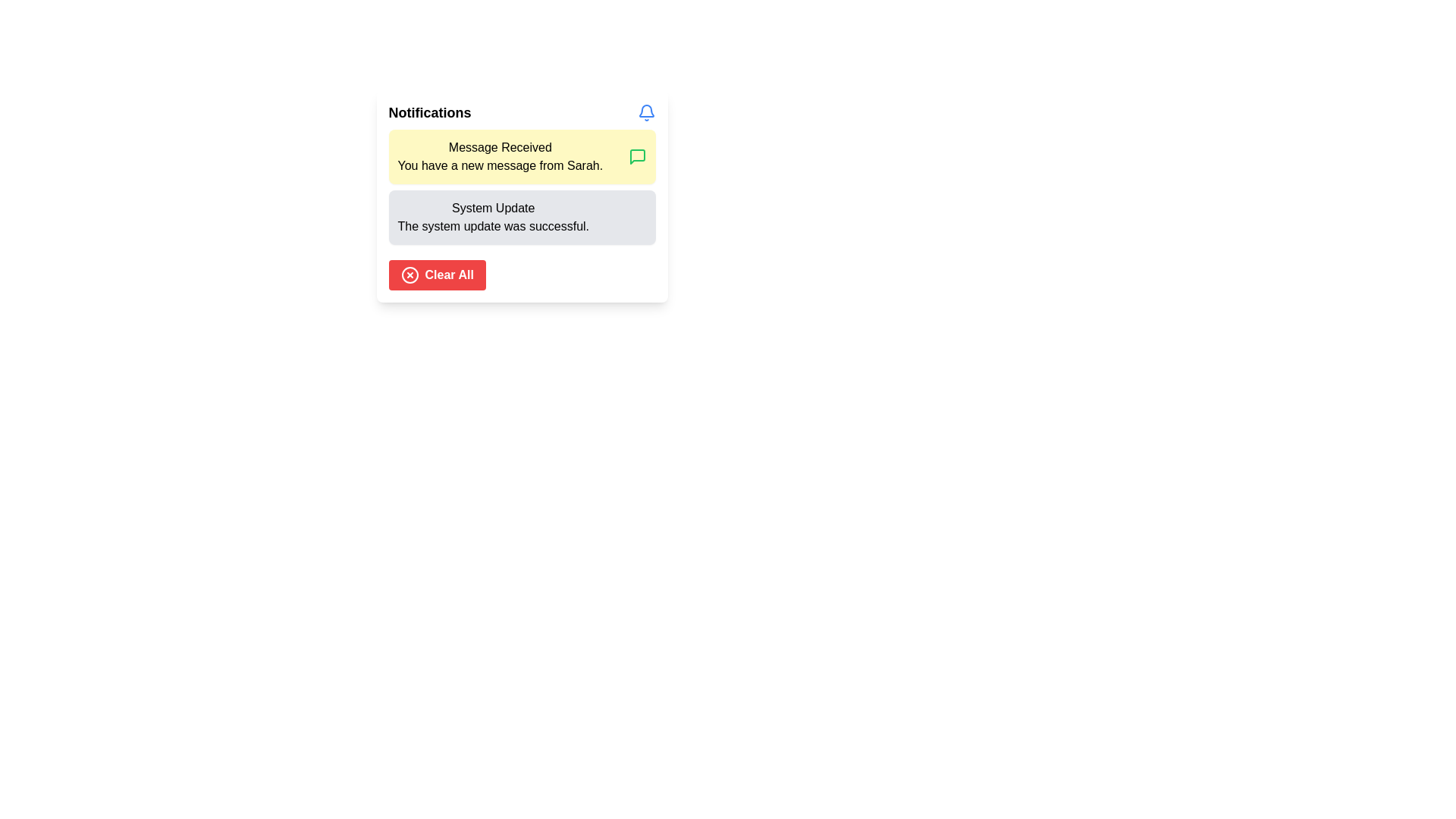 The height and width of the screenshot is (819, 1456). I want to click on the lower part of the bell icon located near the top-right corner of the notification panel, so click(646, 110).